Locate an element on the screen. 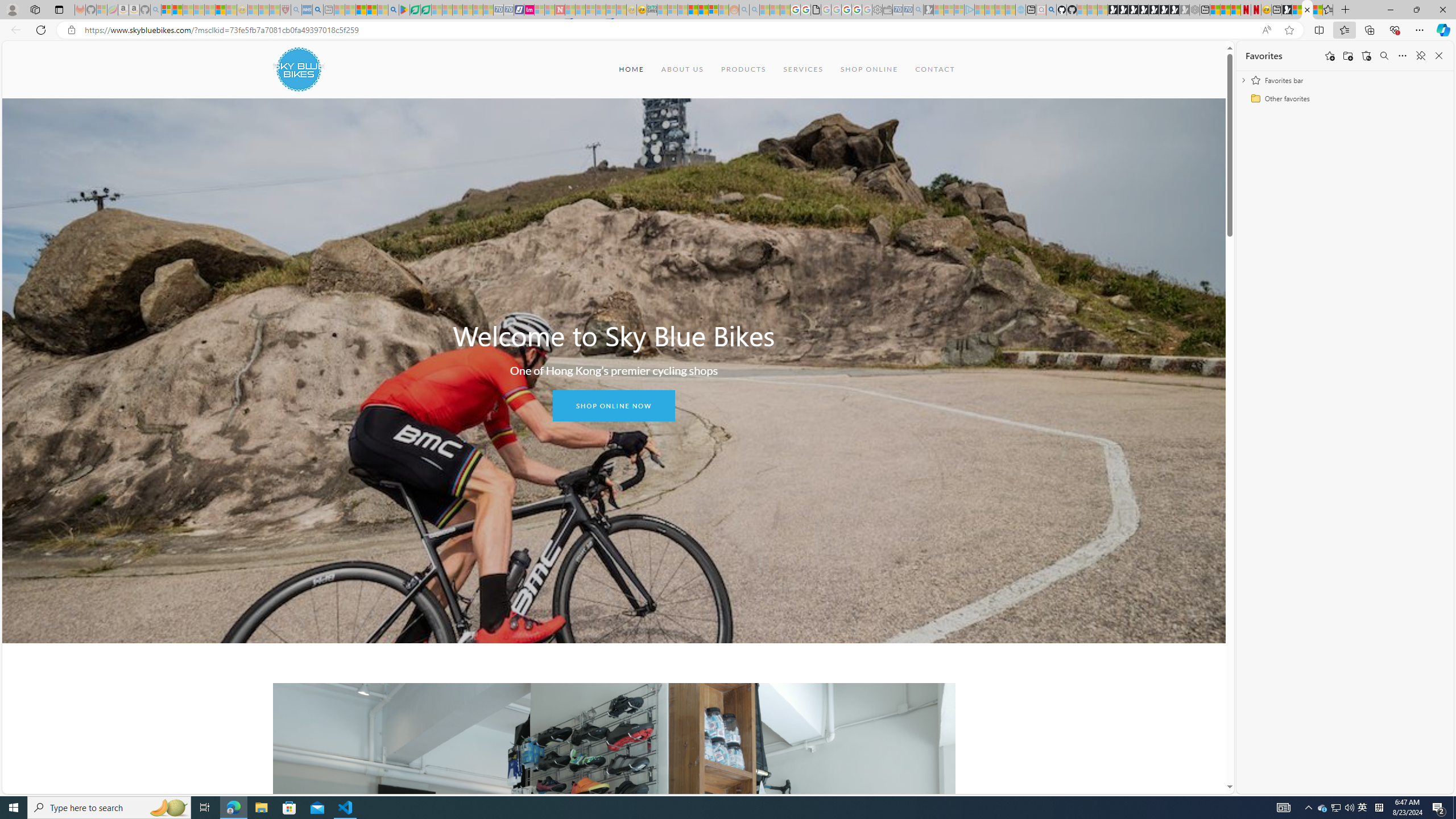 This screenshot has width=1456, height=819. 'Expert Portfolios' is located at coordinates (693, 9).